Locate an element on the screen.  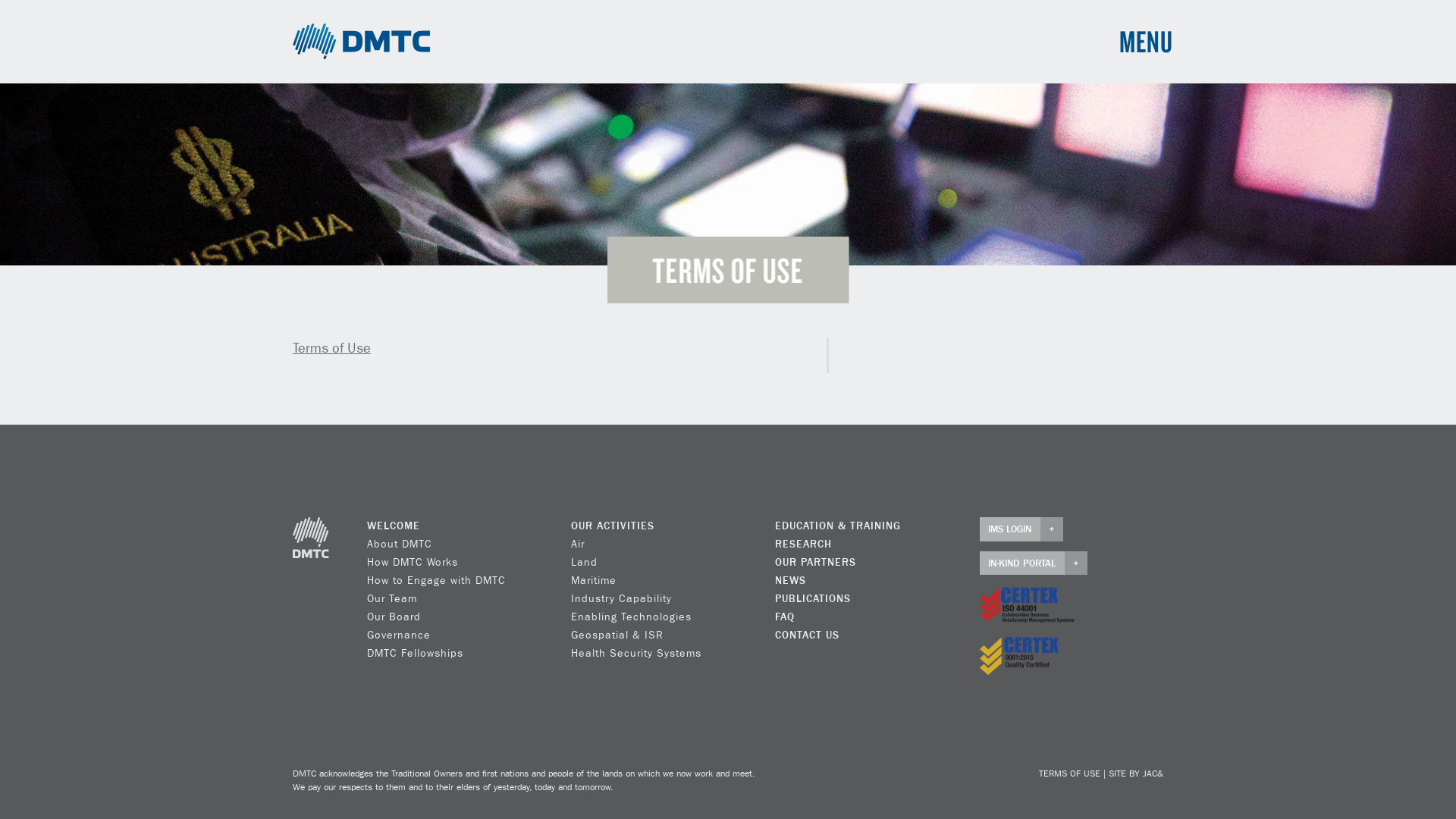
'Our Team' is located at coordinates (367, 598).